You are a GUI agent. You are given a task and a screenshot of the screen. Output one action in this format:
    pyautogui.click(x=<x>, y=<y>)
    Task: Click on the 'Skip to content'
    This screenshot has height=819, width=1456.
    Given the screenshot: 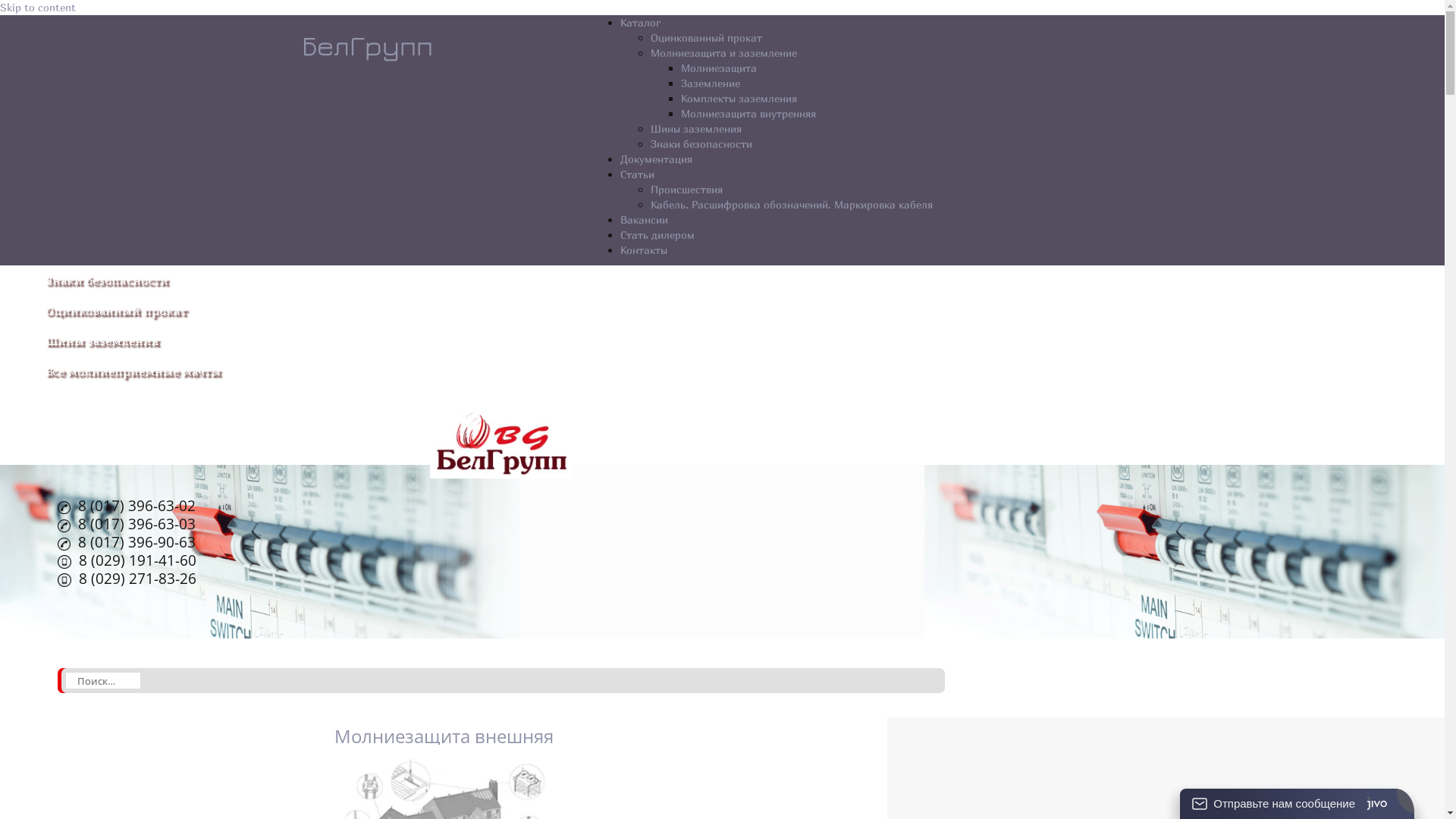 What is the action you would take?
    pyautogui.click(x=0, y=7)
    